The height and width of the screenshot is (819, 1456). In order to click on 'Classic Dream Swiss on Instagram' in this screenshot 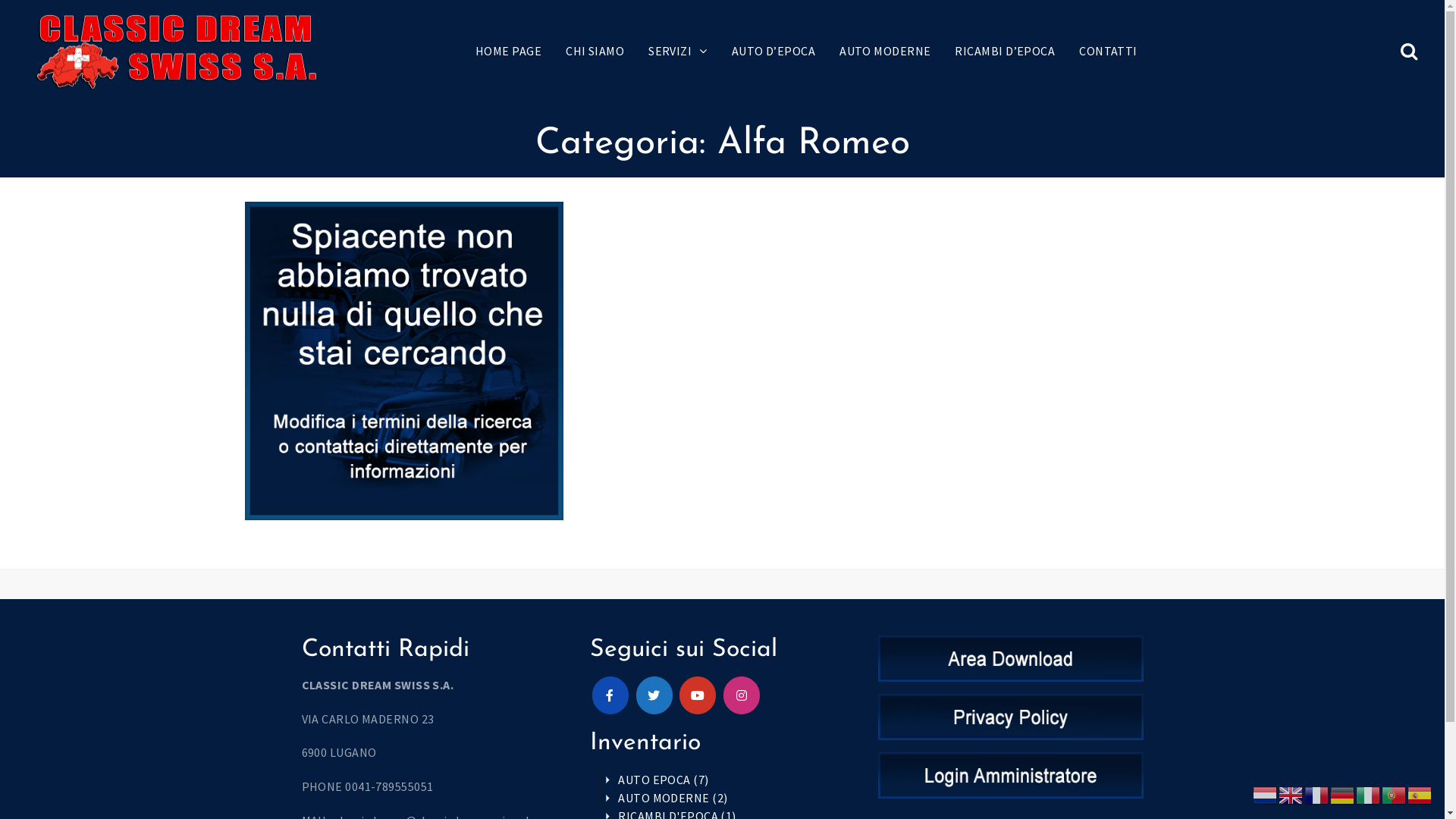, I will do `click(742, 695)`.